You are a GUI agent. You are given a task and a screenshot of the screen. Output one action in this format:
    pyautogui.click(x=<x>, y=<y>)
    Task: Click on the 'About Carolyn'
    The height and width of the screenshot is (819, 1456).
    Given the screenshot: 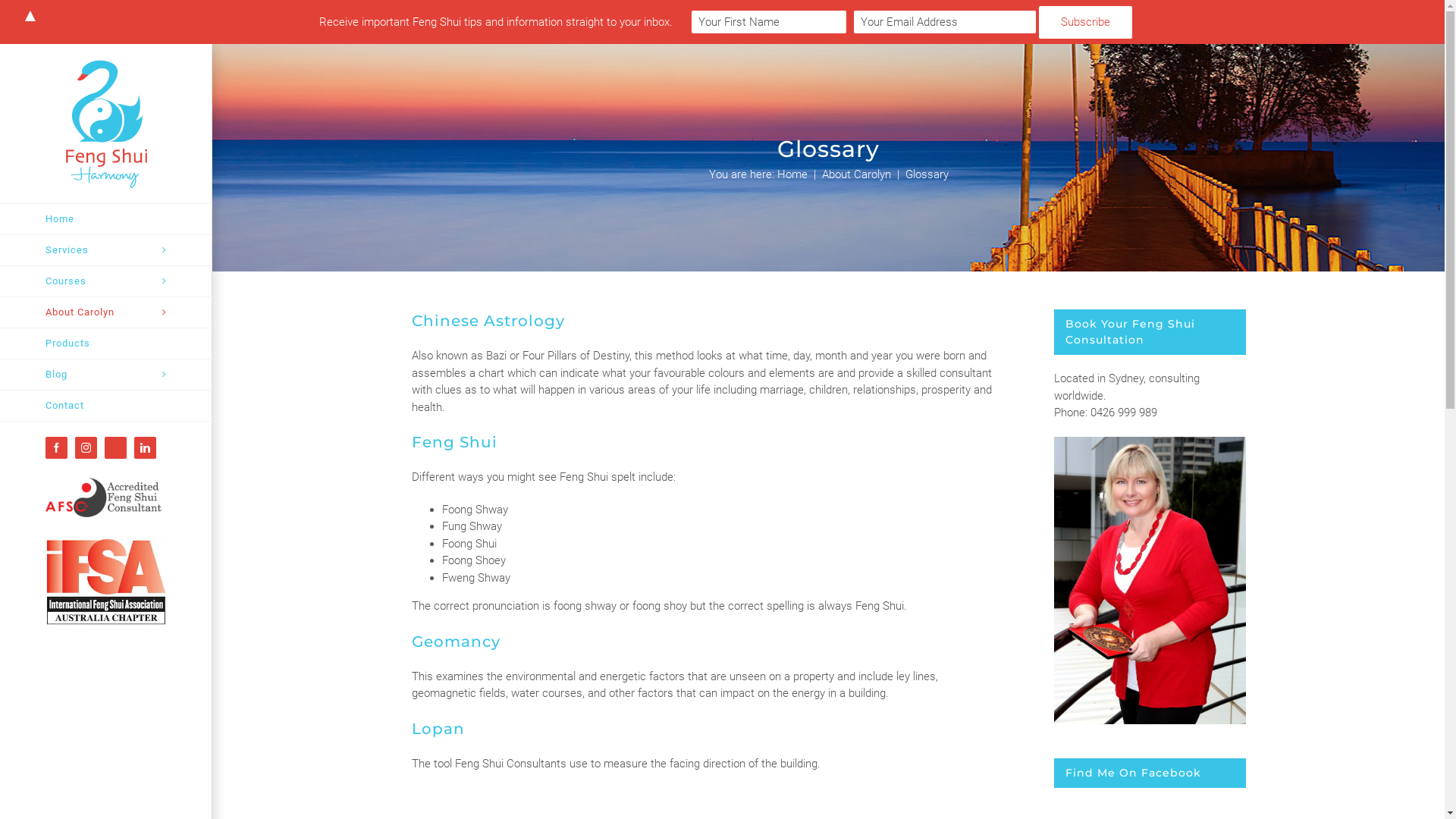 What is the action you would take?
    pyautogui.click(x=856, y=174)
    